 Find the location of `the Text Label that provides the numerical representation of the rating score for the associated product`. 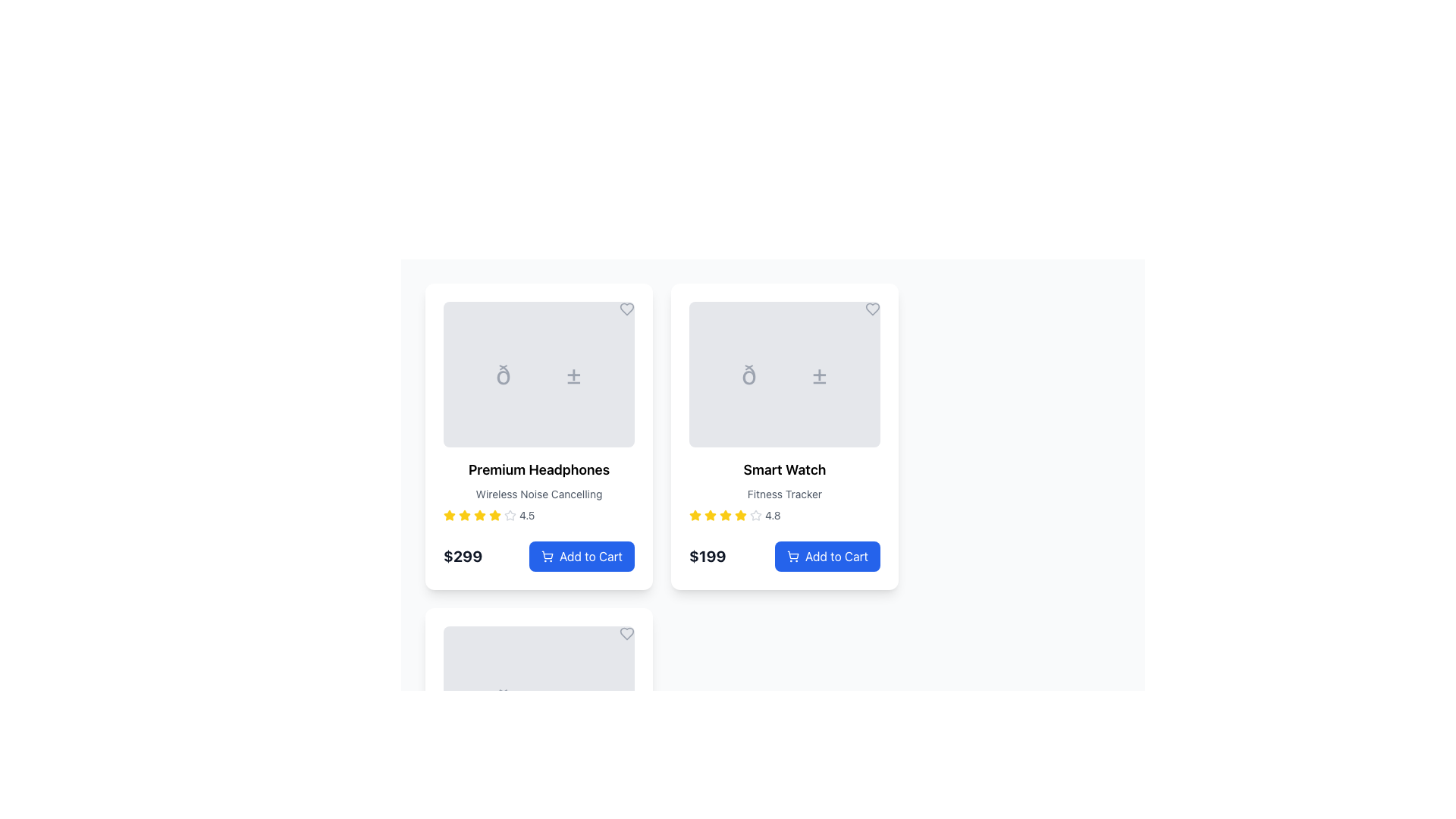

the Text Label that provides the numerical representation of the rating score for the associated product is located at coordinates (773, 514).